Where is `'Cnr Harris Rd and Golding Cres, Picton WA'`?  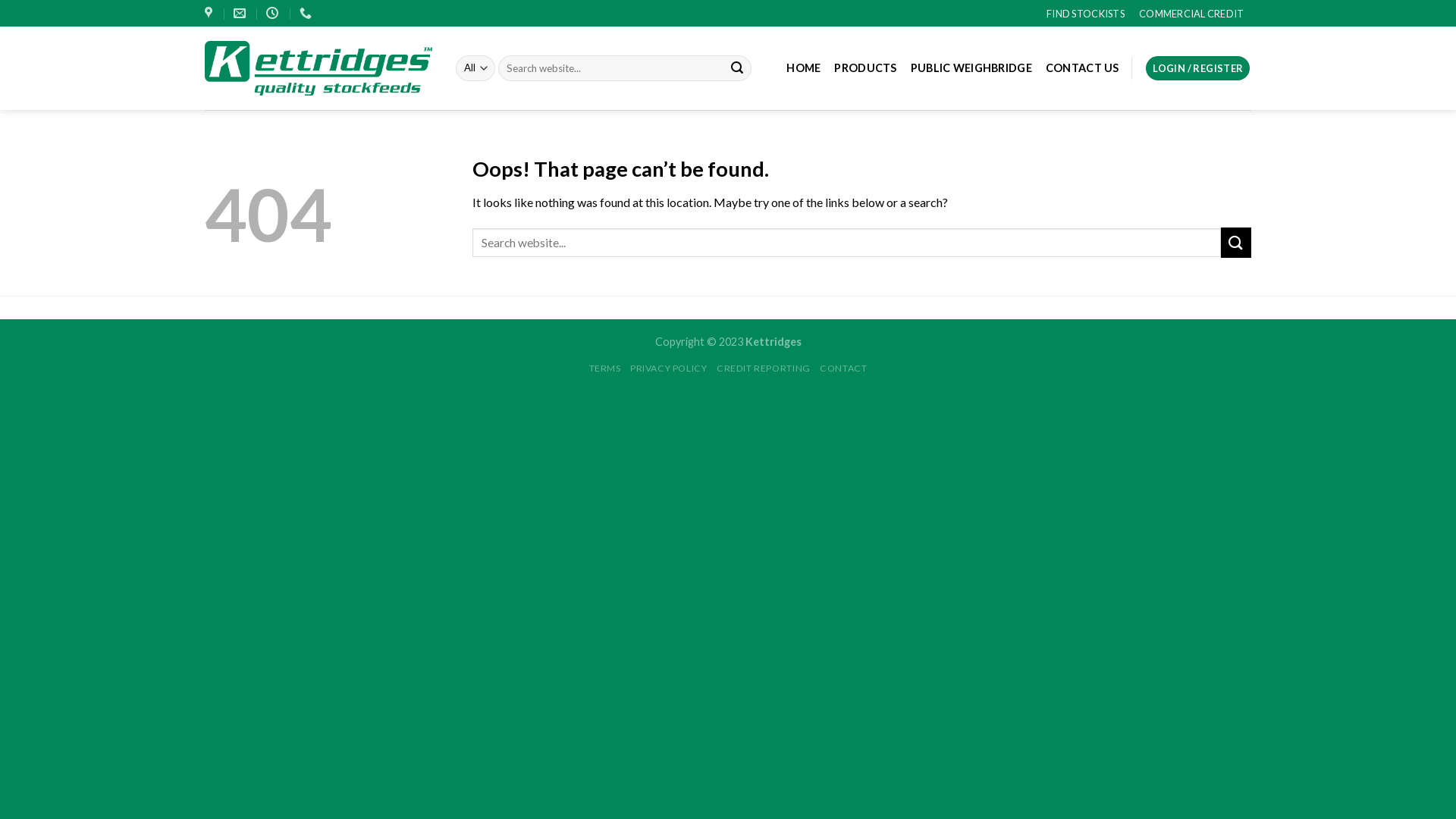 'Cnr Harris Rd and Golding Cres, Picton WA' is located at coordinates (209, 13).